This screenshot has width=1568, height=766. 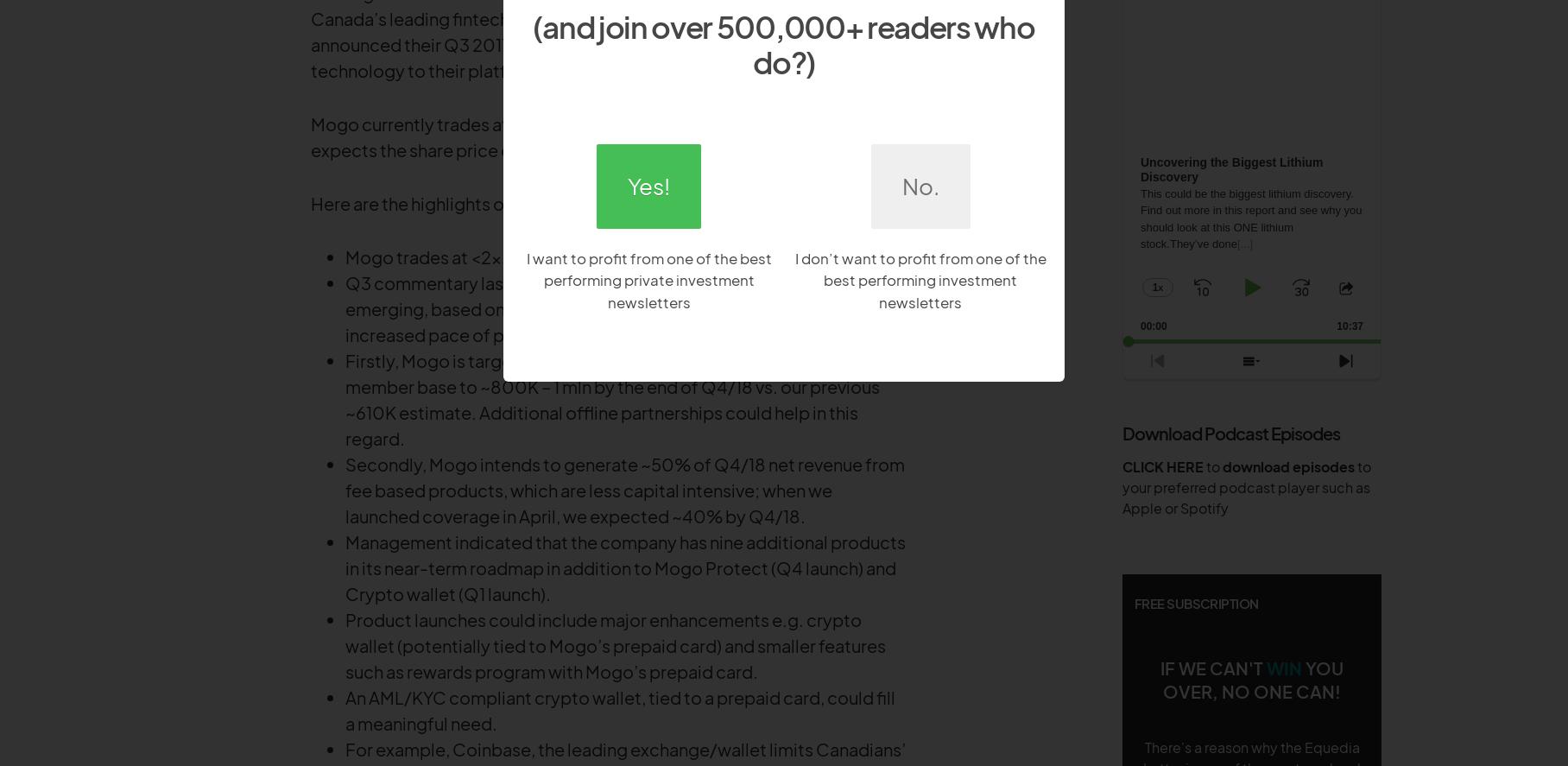 I want to click on 'Mogo currently trades at under $6 per share, which means the analyst expects the share price of Mogo to double.', so click(x=309, y=136).